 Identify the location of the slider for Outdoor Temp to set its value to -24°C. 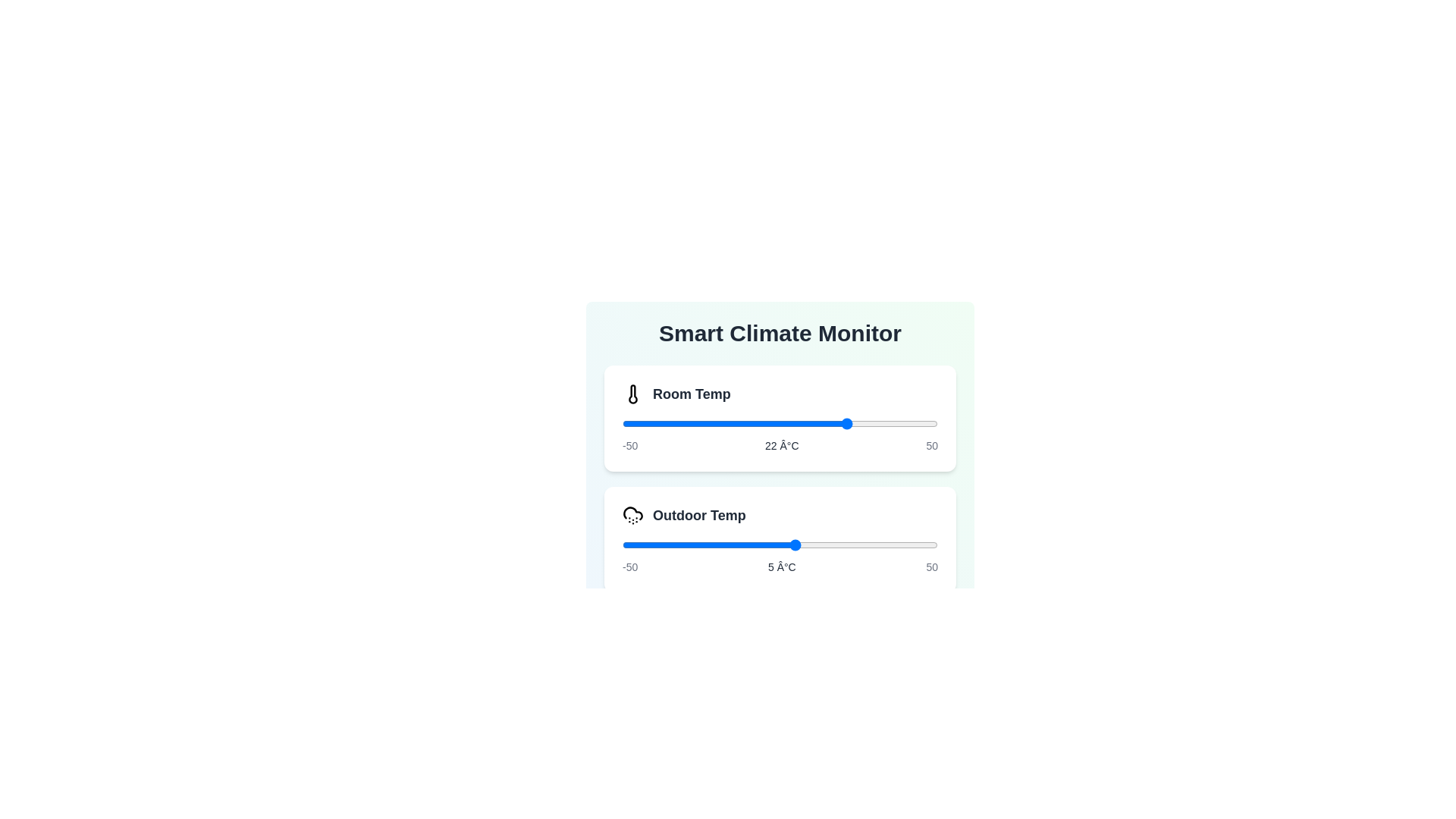
(704, 544).